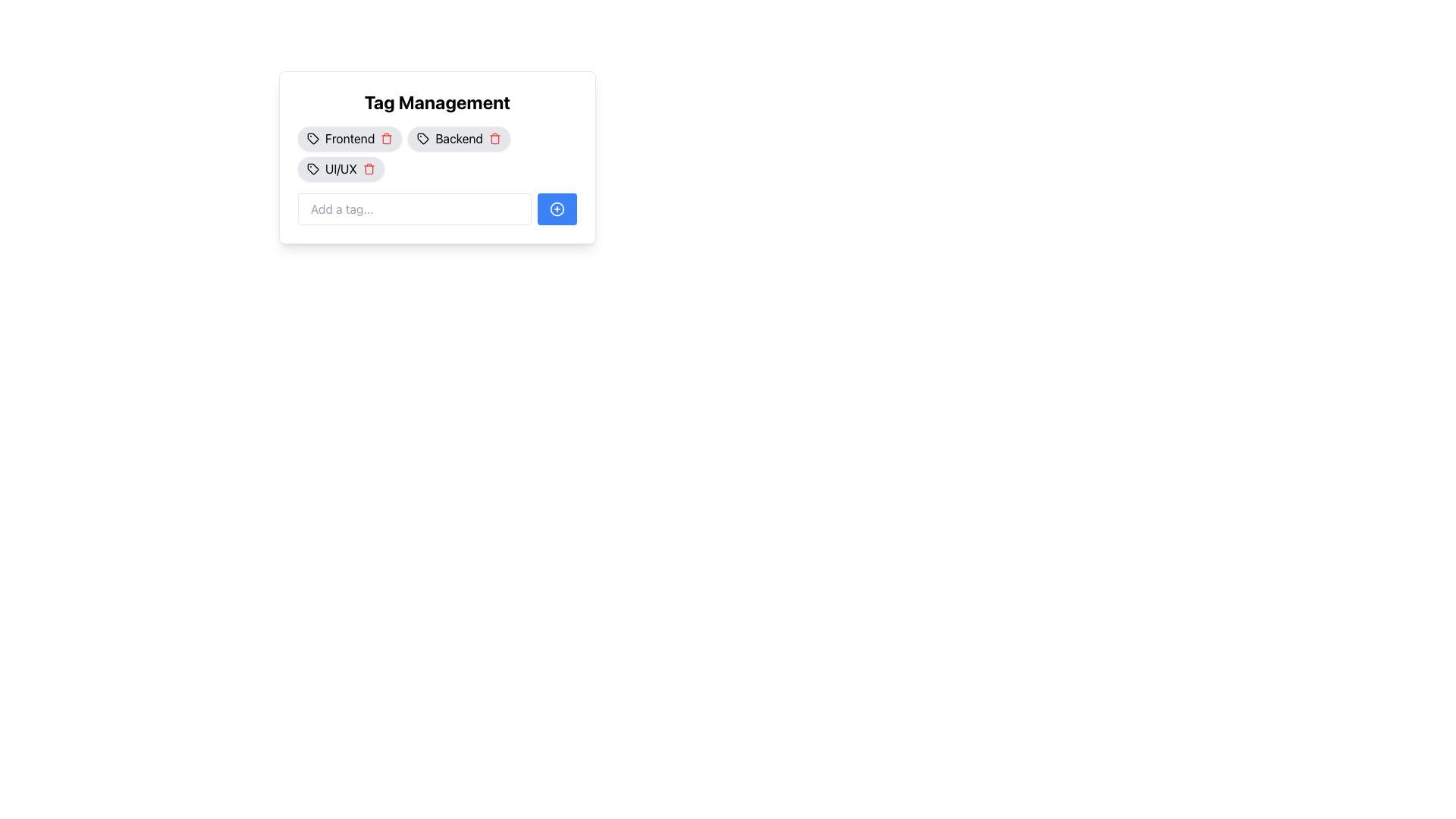 The height and width of the screenshot is (819, 1456). Describe the element at coordinates (494, 138) in the screenshot. I see `the delete button styled as an icon located in the top right corner of the 'Backend' tag` at that location.